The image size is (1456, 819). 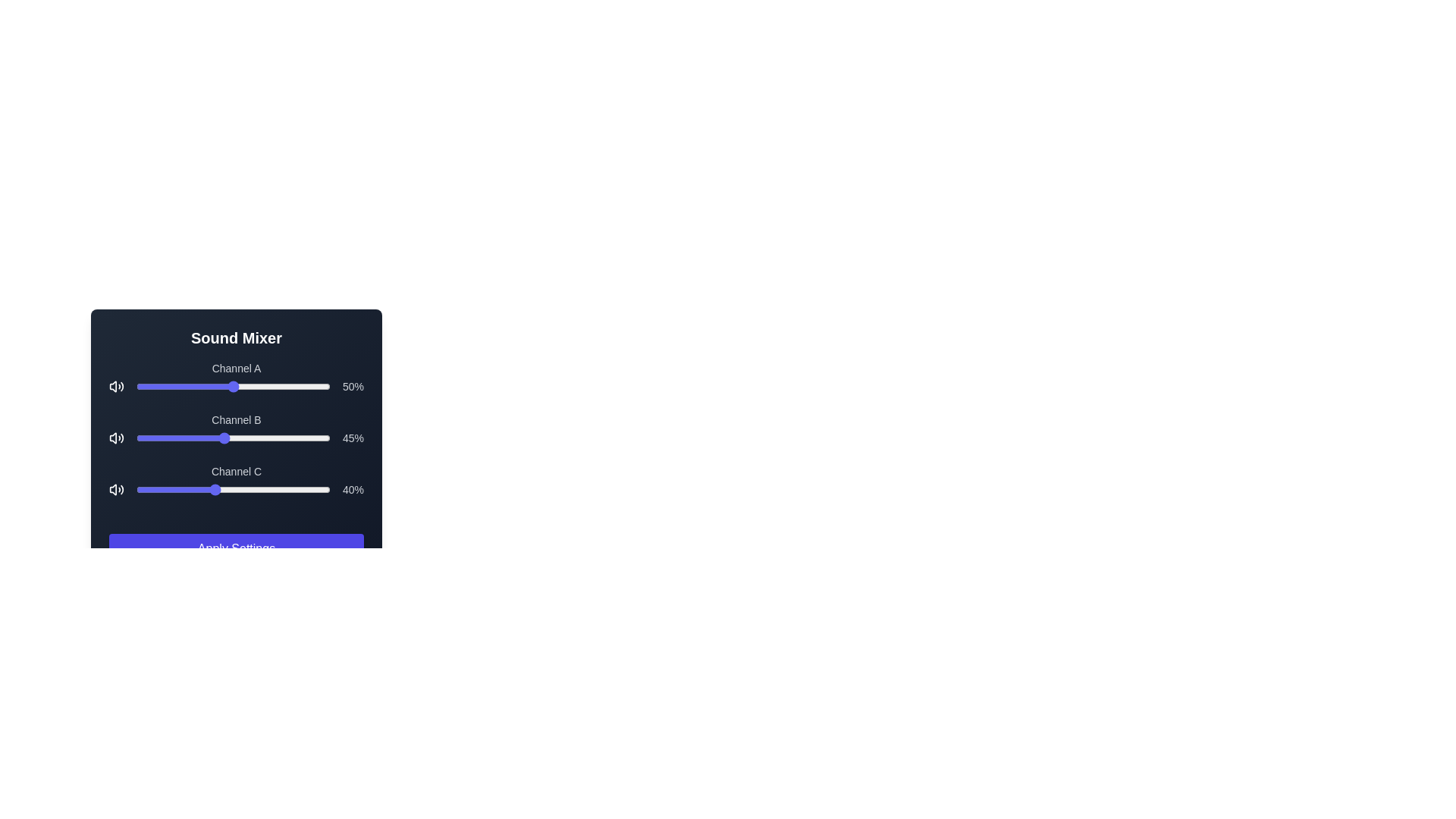 What do you see at coordinates (290, 438) in the screenshot?
I see `the Channel B volume` at bounding box center [290, 438].